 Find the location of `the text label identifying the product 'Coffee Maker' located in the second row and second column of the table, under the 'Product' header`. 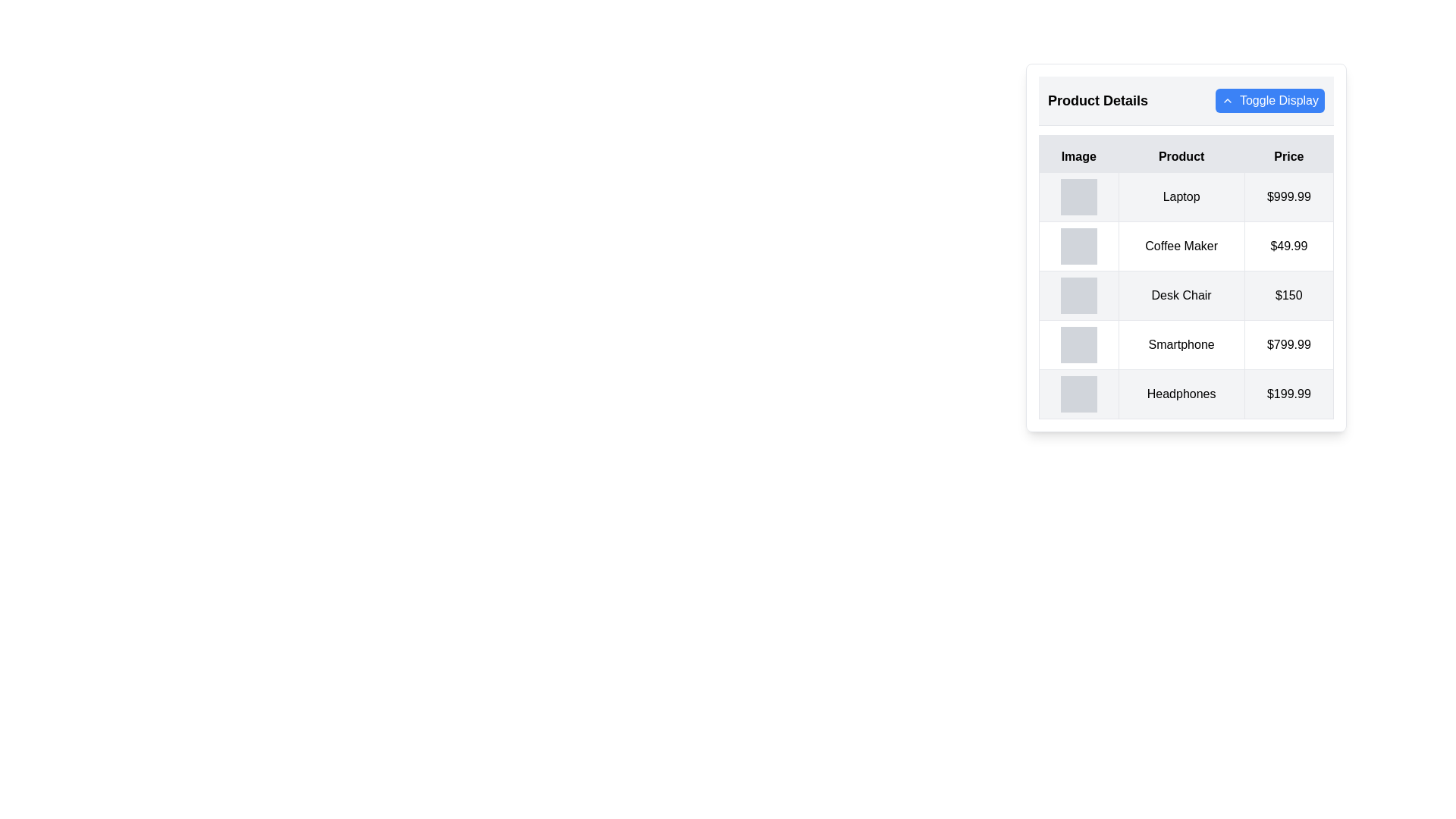

the text label identifying the product 'Coffee Maker' located in the second row and second column of the table, under the 'Product' header is located at coordinates (1181, 245).